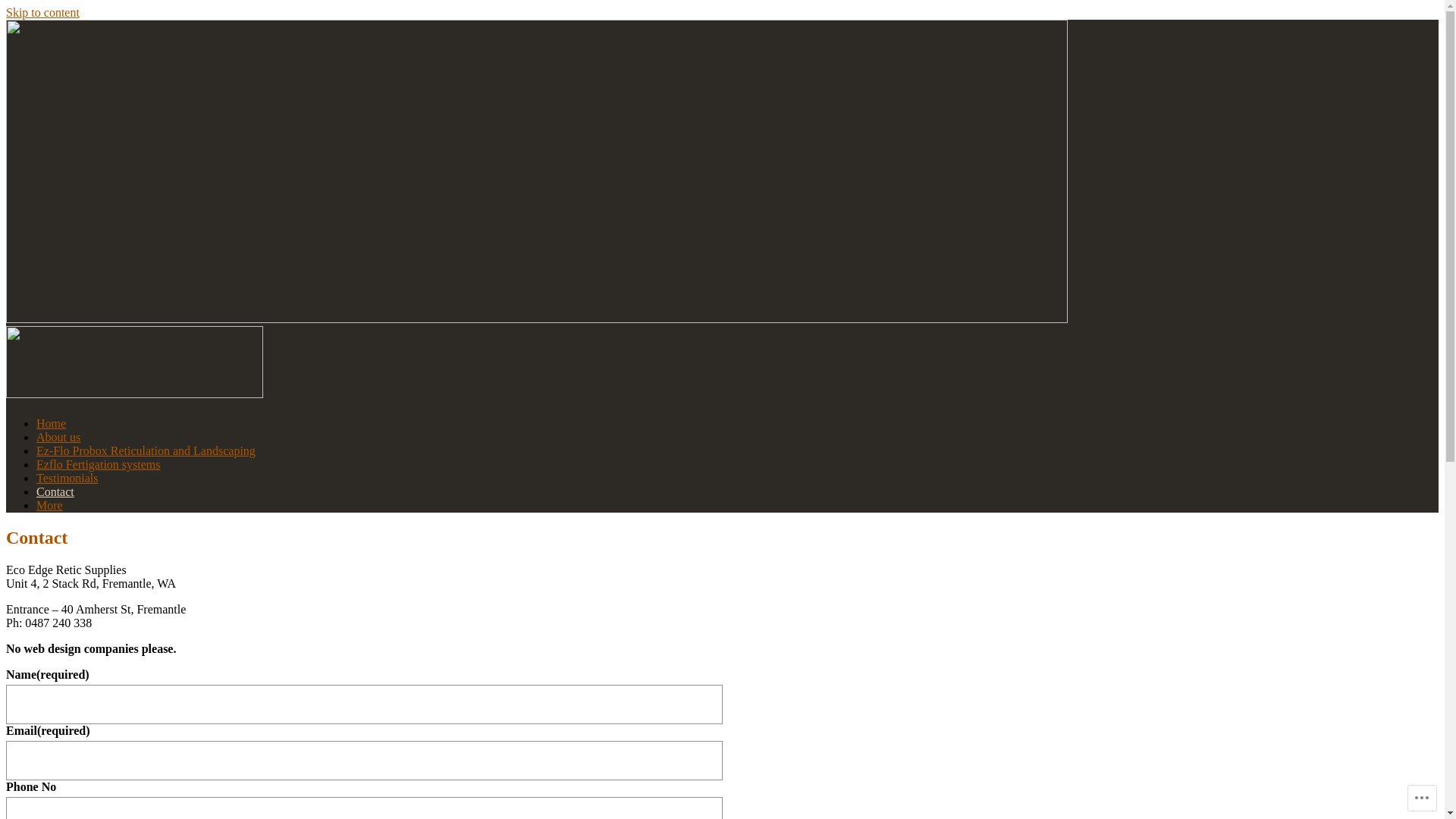 Image resolution: width=1456 pixels, height=819 pixels. I want to click on 'Ezflo Fertigation systems', so click(97, 463).